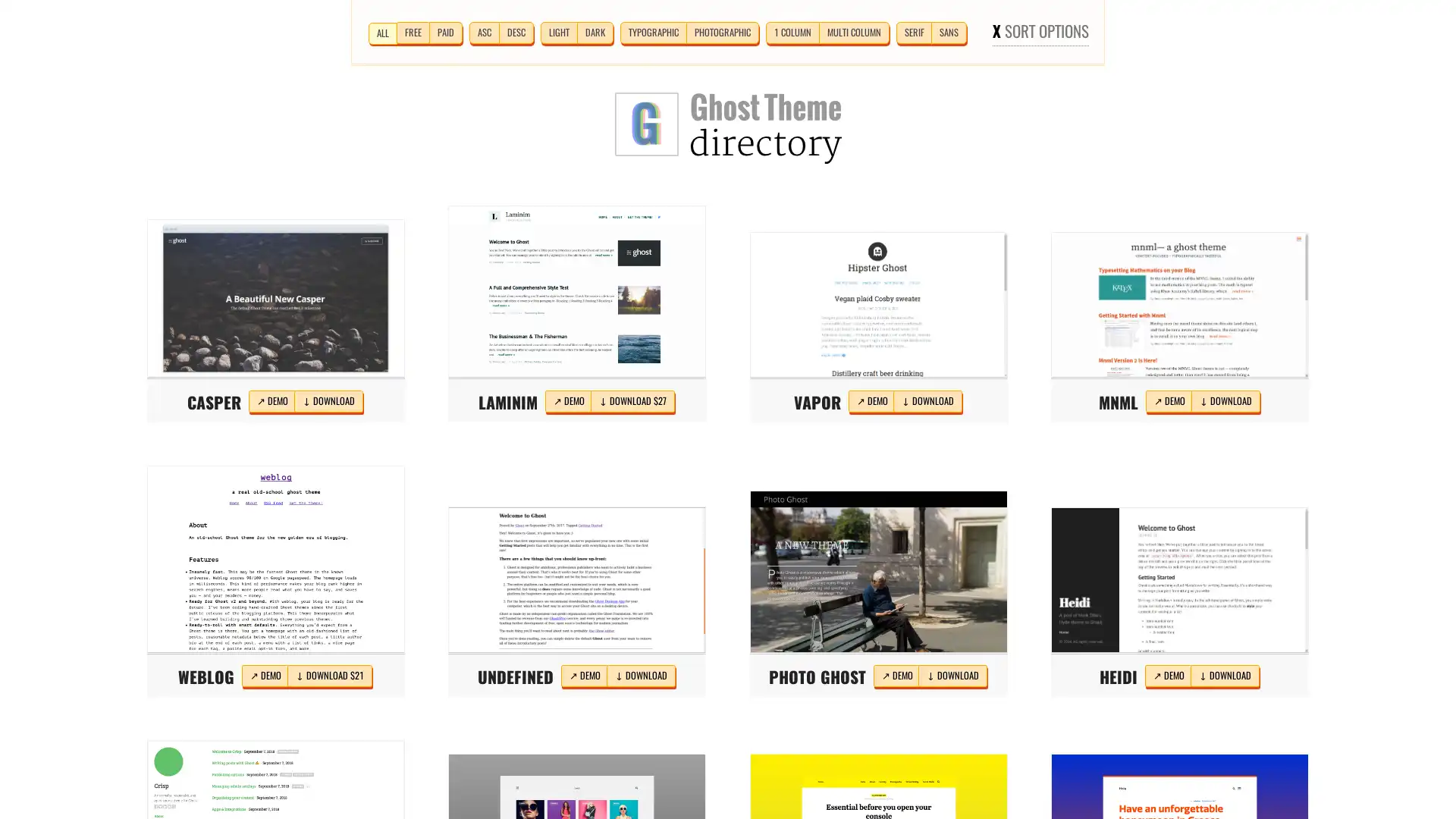 This screenshot has height=819, width=1456. I want to click on ALL, so click(382, 33).